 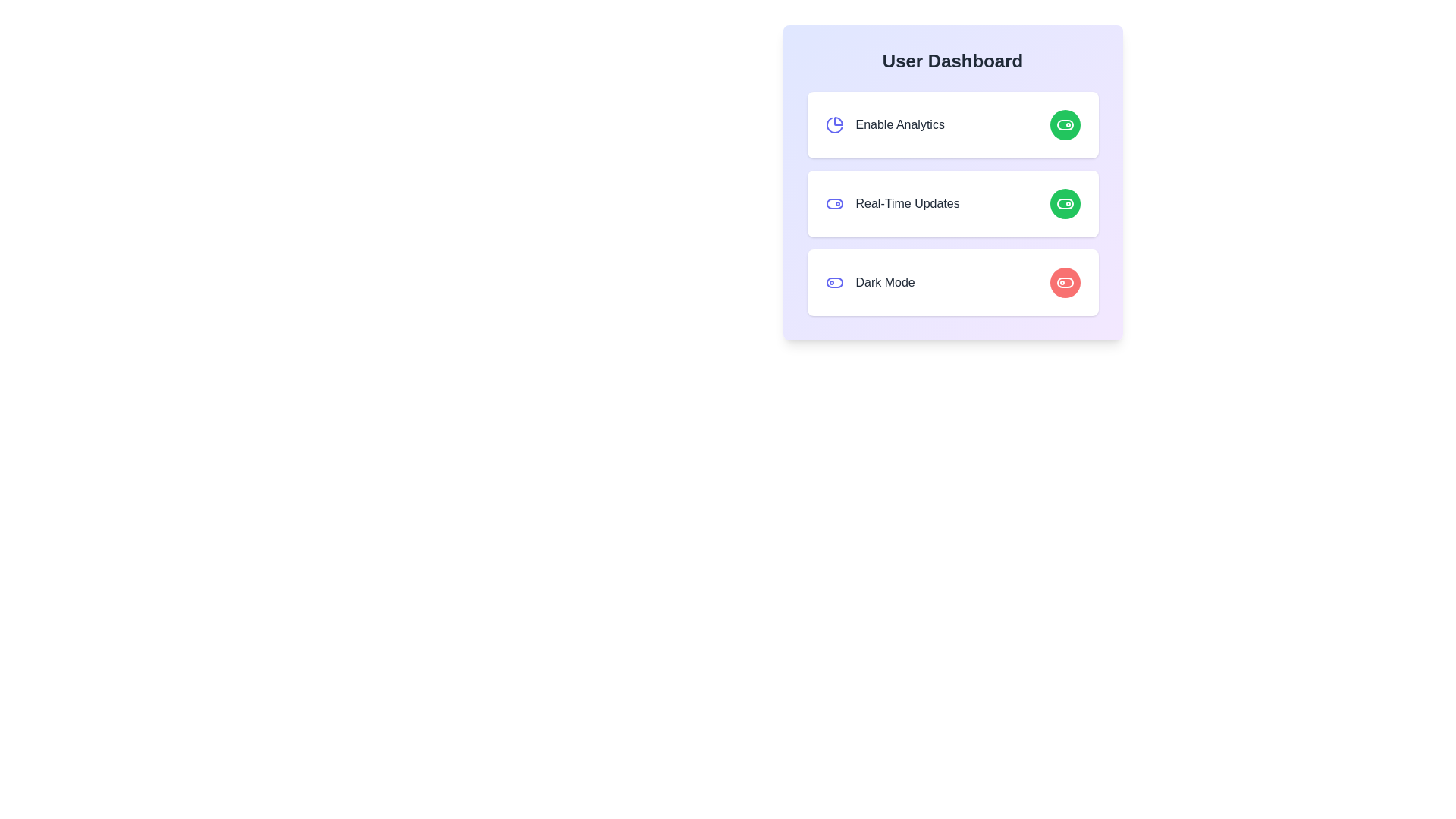 What do you see at coordinates (833, 283) in the screenshot?
I see `the background element of the toggle switch next to the 'Dark Mode' label in the User Dashboard options panel` at bounding box center [833, 283].